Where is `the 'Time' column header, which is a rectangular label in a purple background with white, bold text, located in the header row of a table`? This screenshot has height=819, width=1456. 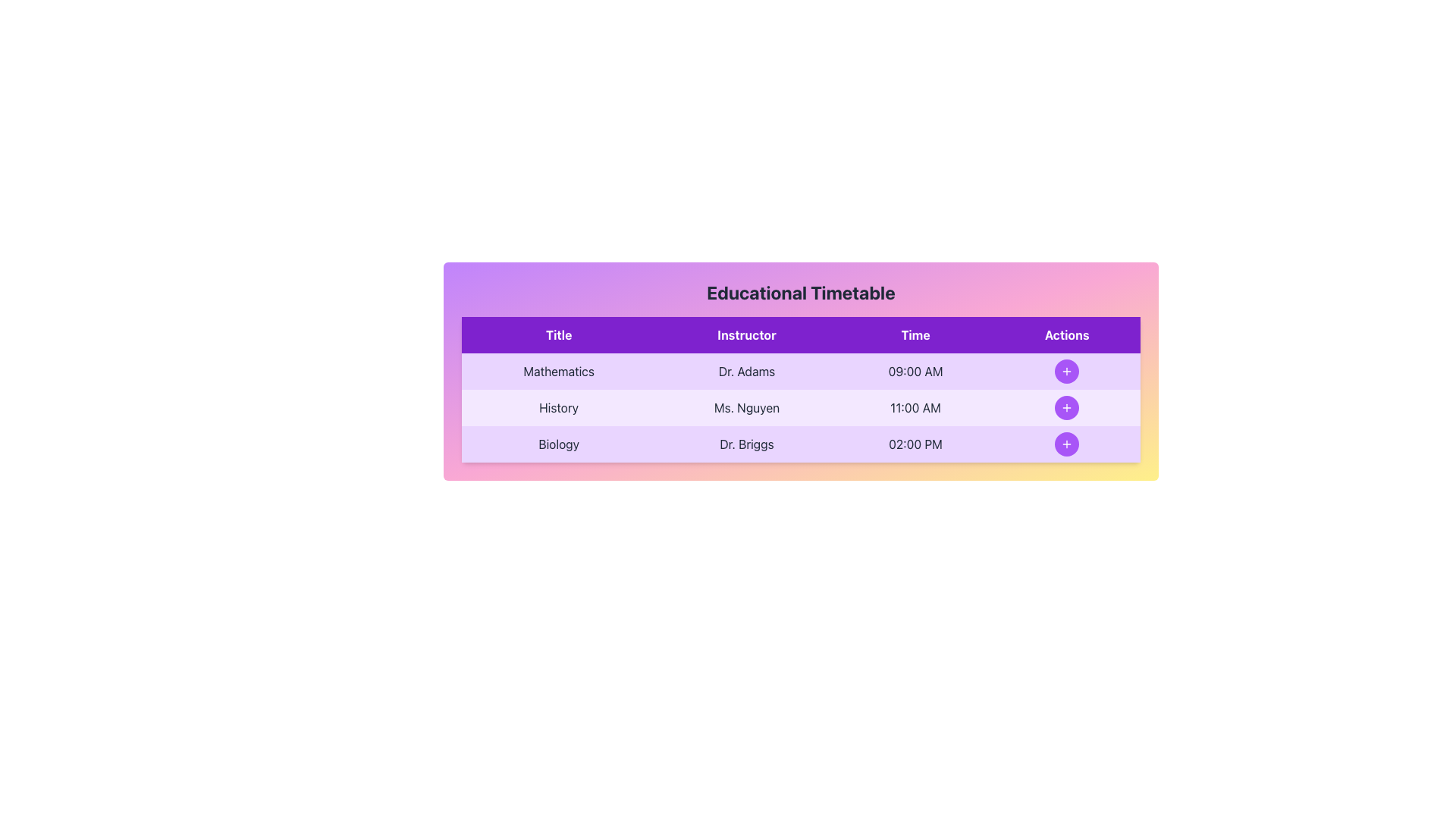 the 'Time' column header, which is a rectangular label in a purple background with white, bold text, located in the header row of a table is located at coordinates (915, 334).